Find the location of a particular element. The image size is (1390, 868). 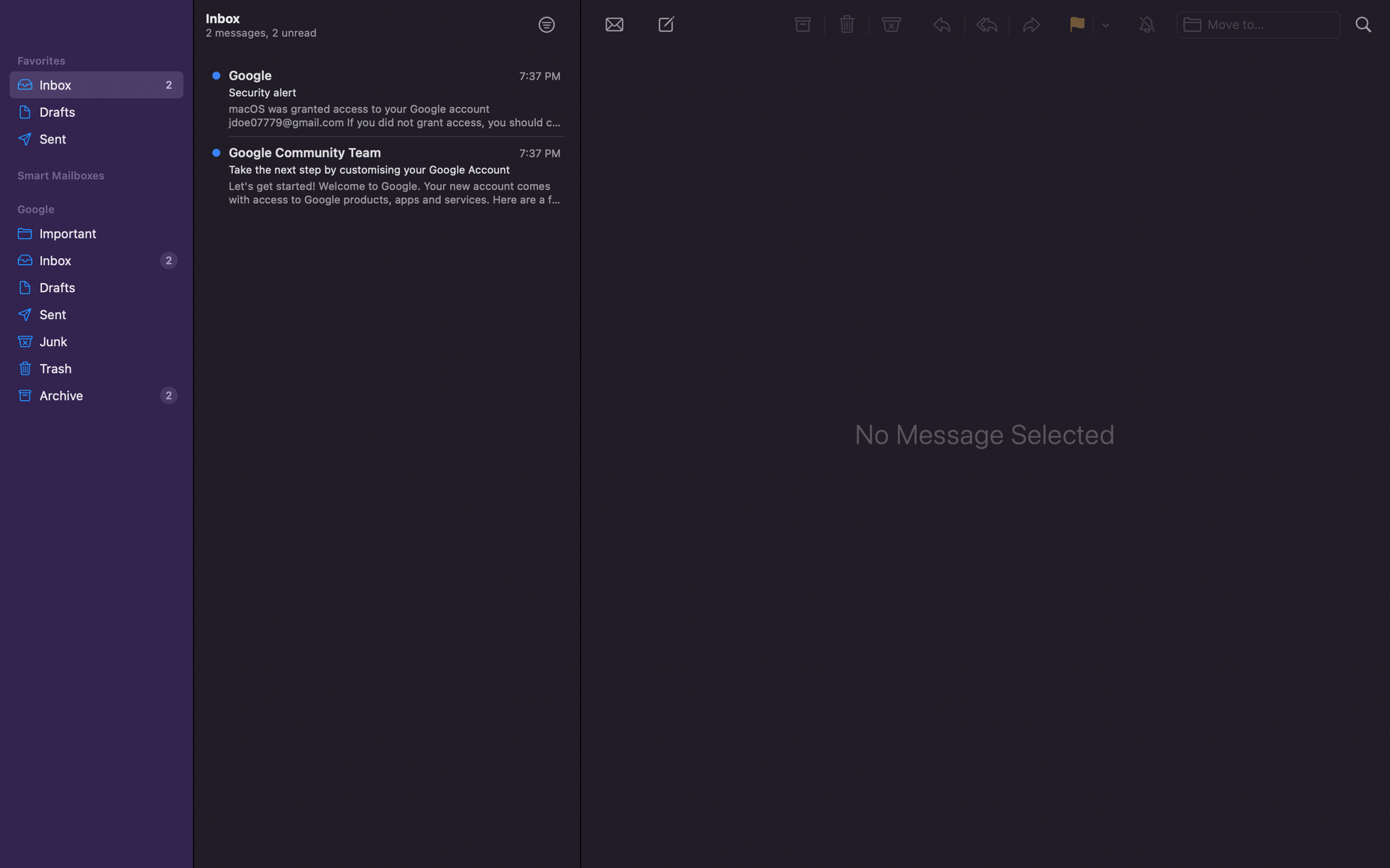

the option to create a fresh message is located at coordinates (669, 26).